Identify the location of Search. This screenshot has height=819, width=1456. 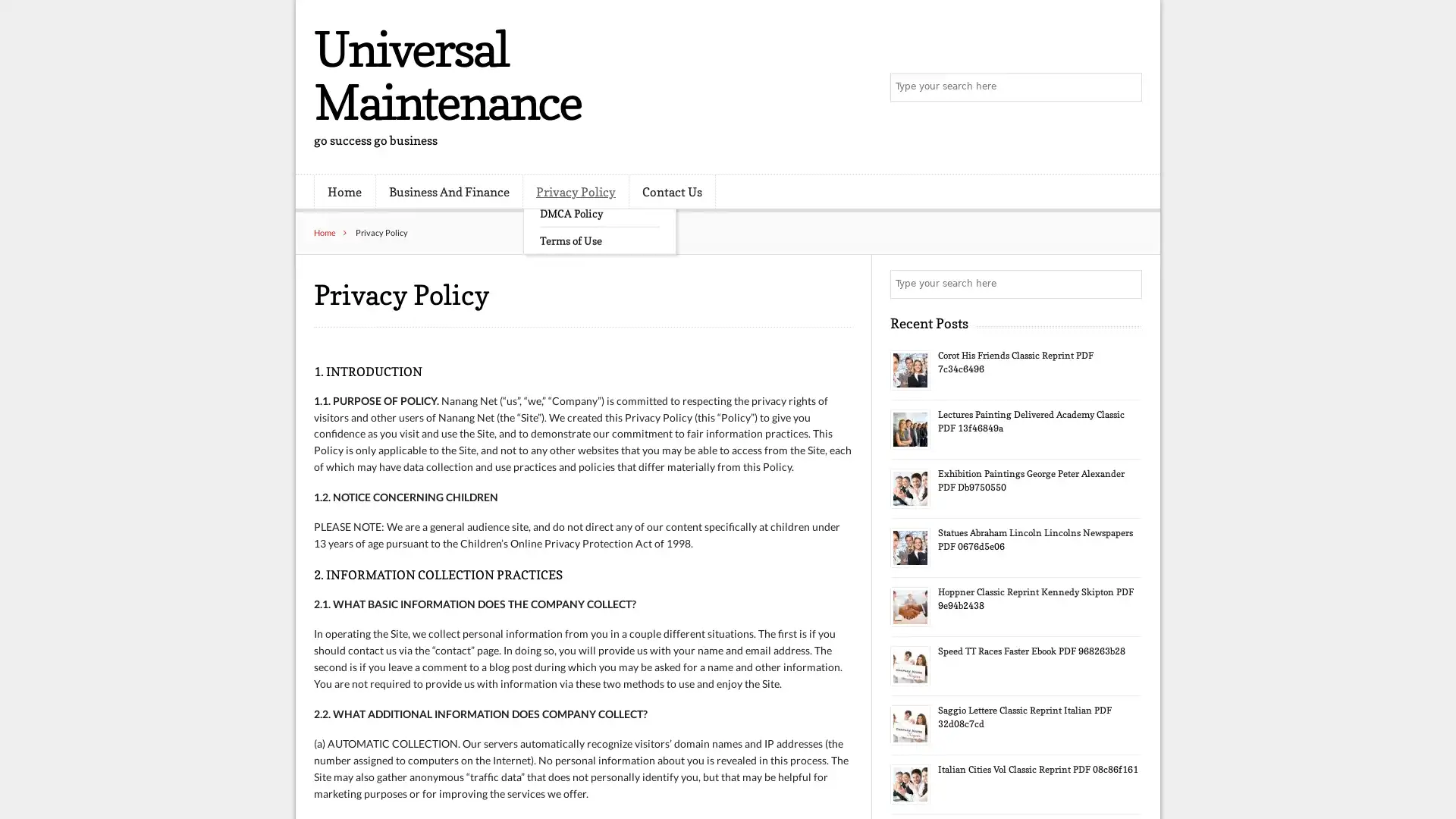
(1126, 87).